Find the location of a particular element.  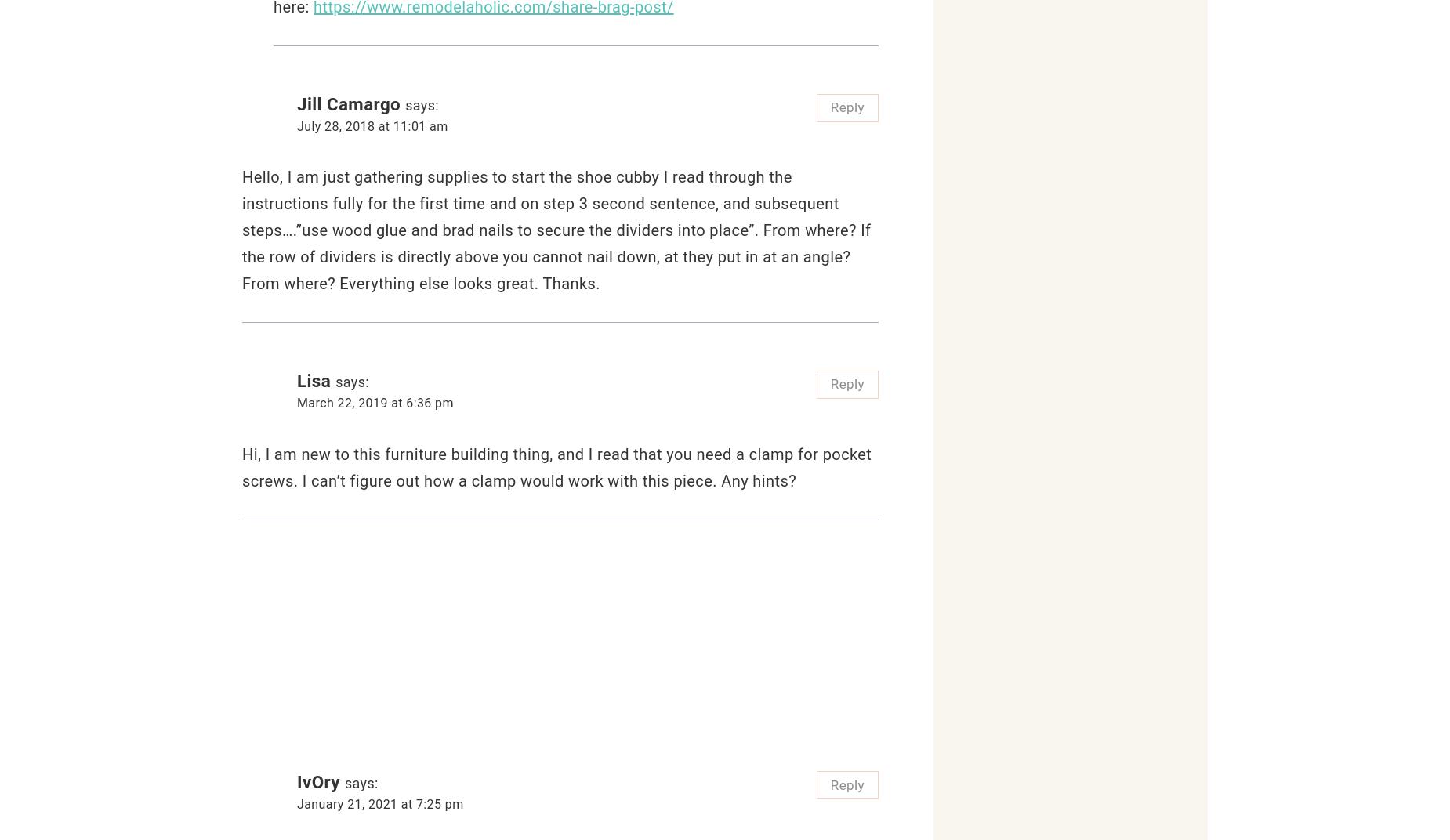

'IvOry' is located at coordinates (296, 780).